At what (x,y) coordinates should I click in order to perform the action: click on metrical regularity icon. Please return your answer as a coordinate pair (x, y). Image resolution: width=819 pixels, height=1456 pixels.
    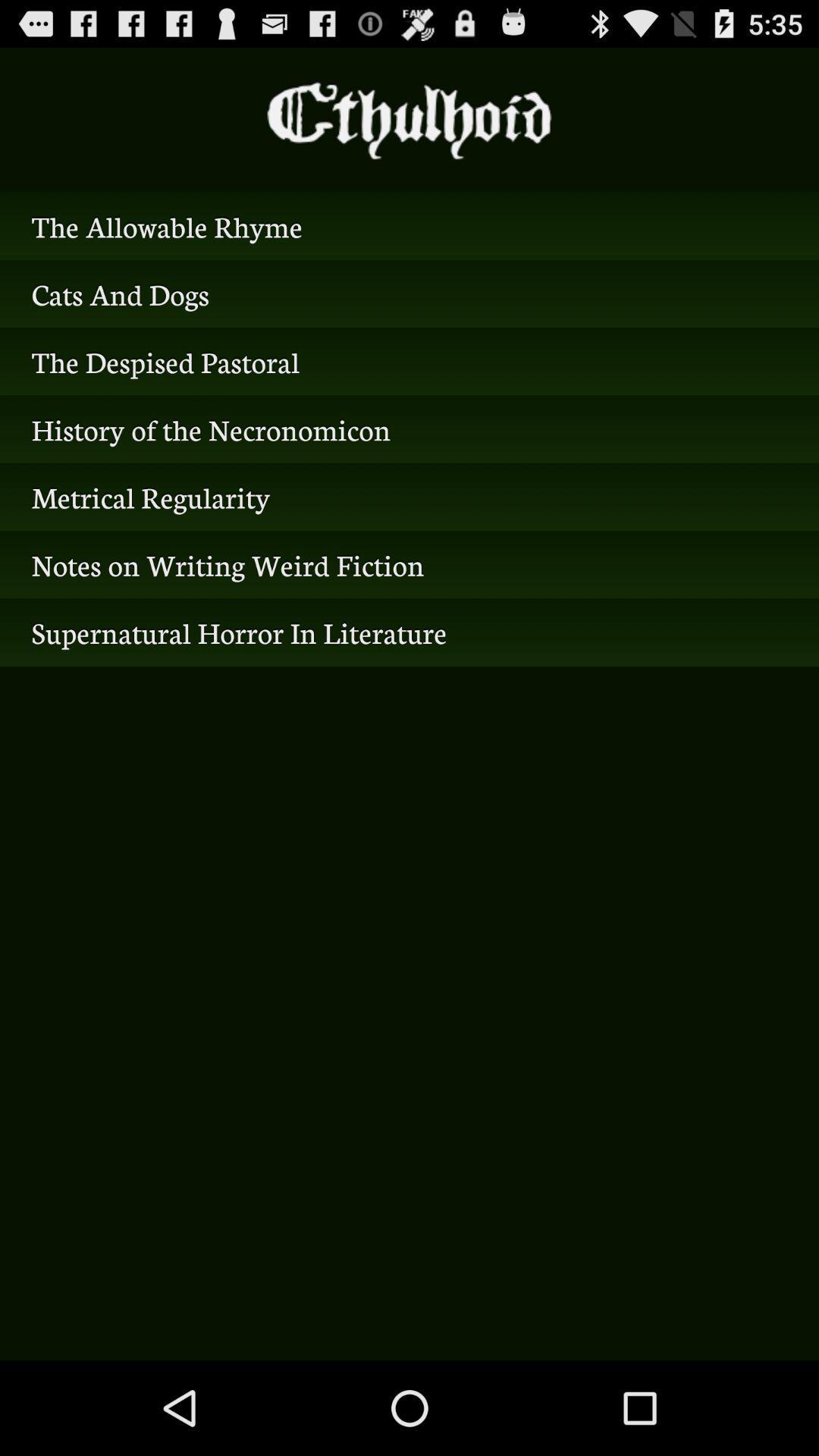
    Looking at the image, I should click on (409, 497).